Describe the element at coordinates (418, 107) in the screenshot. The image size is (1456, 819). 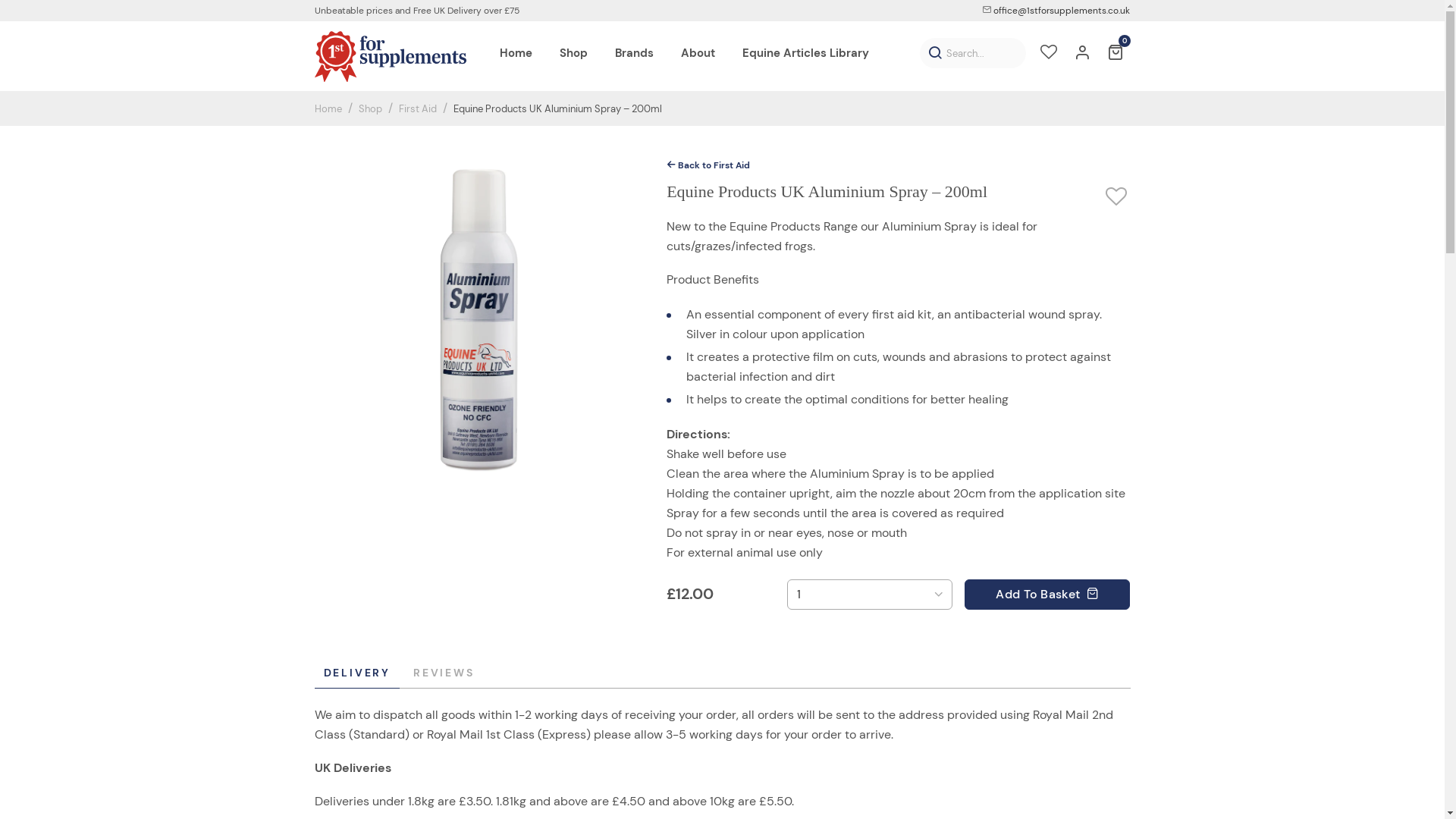
I see `'First Aid'` at that location.